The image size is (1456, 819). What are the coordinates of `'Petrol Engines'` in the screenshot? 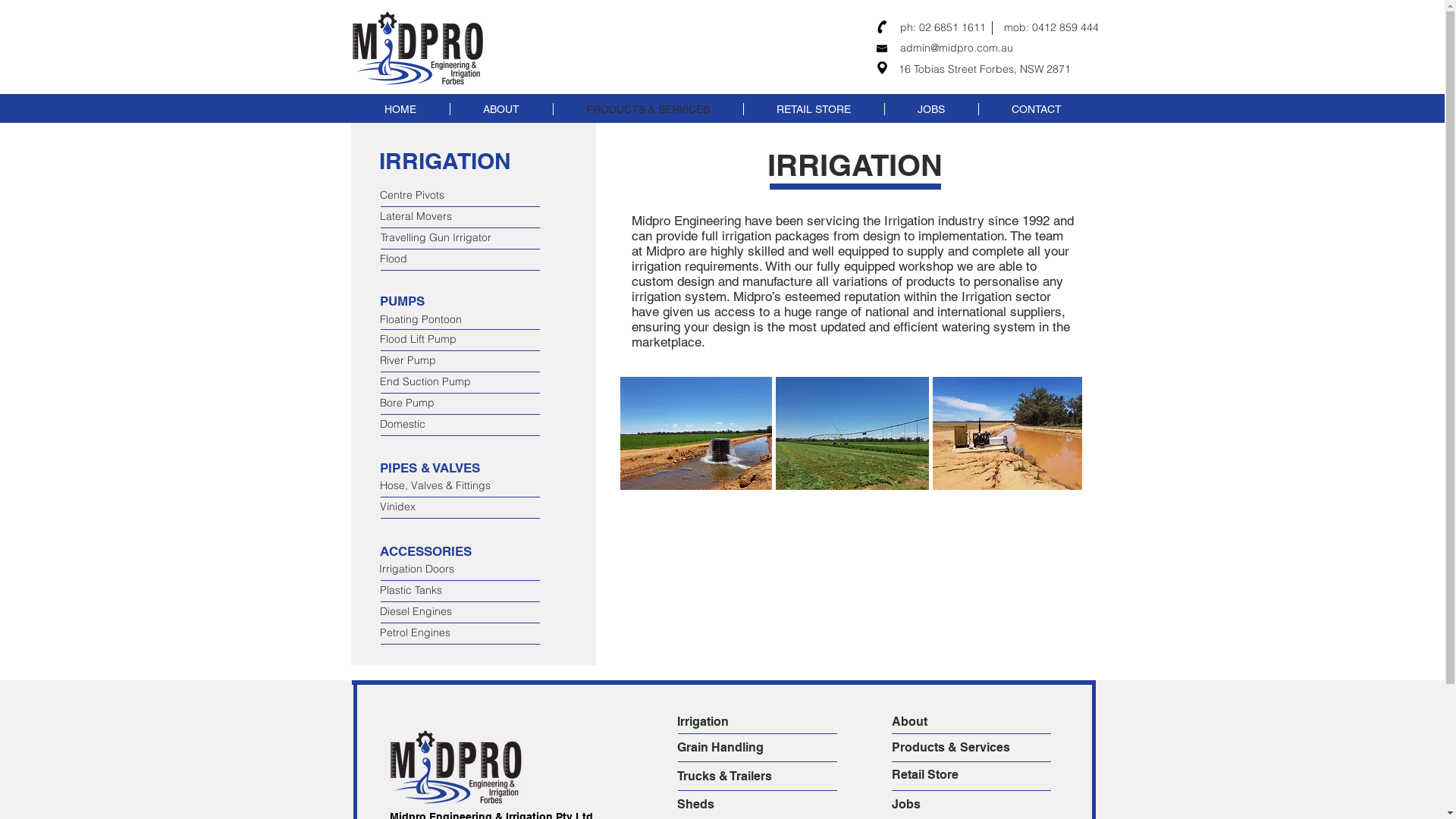 It's located at (432, 633).